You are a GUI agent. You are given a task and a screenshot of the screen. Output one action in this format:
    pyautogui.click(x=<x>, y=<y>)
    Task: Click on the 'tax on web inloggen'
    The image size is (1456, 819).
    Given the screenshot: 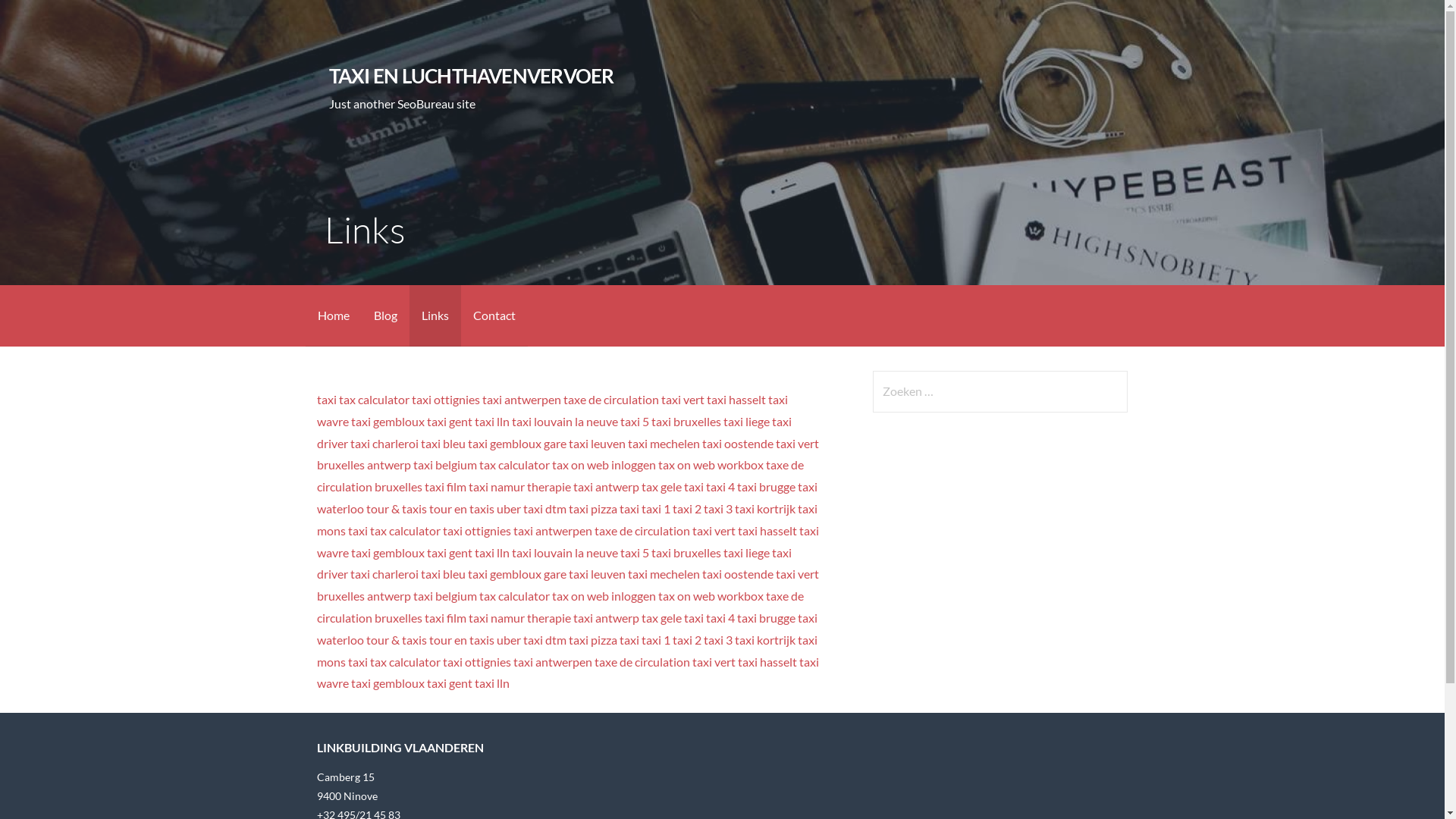 What is the action you would take?
    pyautogui.click(x=603, y=463)
    